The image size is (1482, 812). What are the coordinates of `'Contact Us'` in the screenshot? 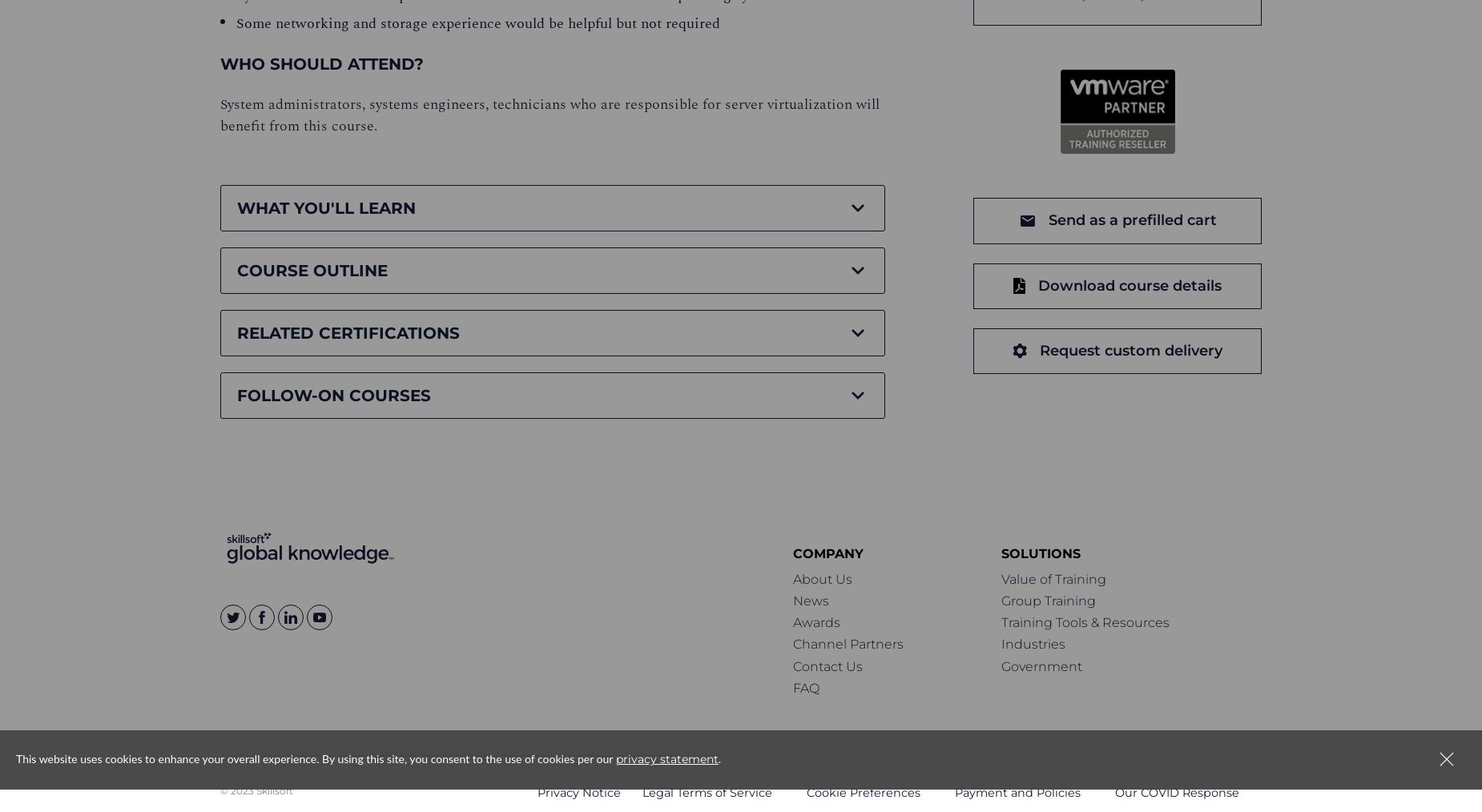 It's located at (827, 665).